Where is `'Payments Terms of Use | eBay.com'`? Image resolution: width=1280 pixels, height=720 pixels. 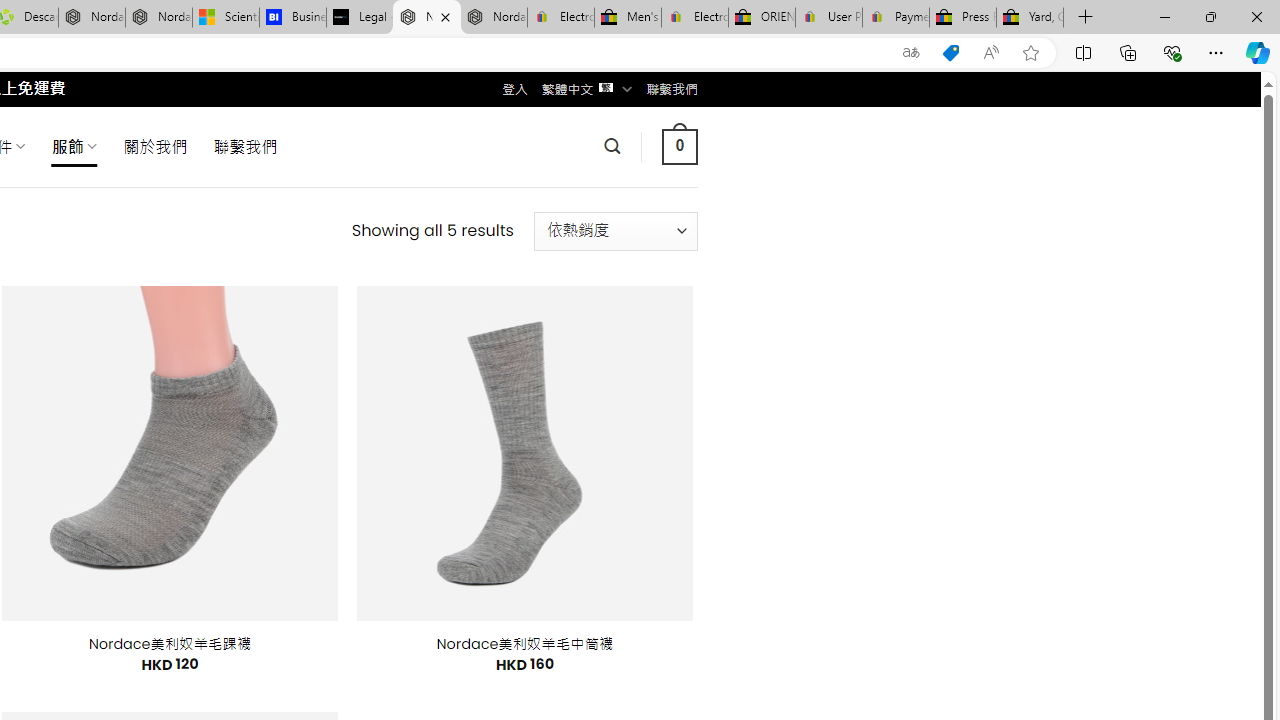 'Payments Terms of Use | eBay.com' is located at coordinates (895, 17).